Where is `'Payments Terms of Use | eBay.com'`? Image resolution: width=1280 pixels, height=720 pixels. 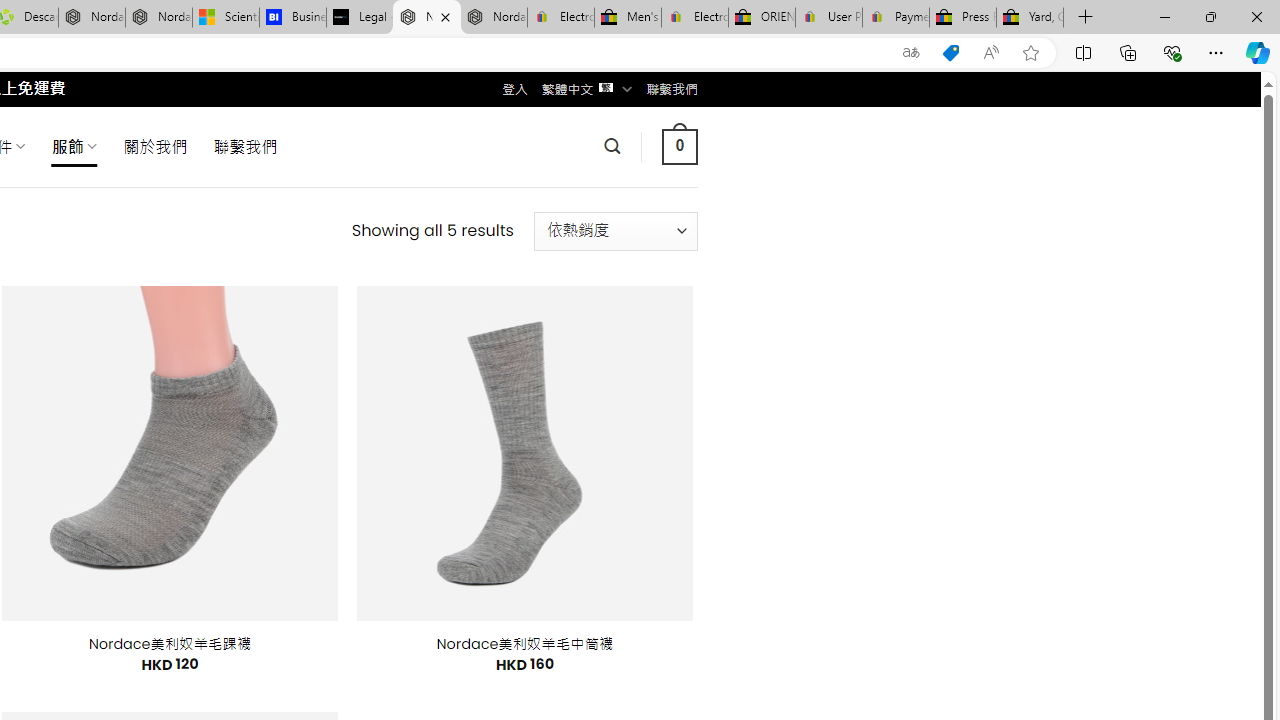 'Payments Terms of Use | eBay.com' is located at coordinates (895, 17).